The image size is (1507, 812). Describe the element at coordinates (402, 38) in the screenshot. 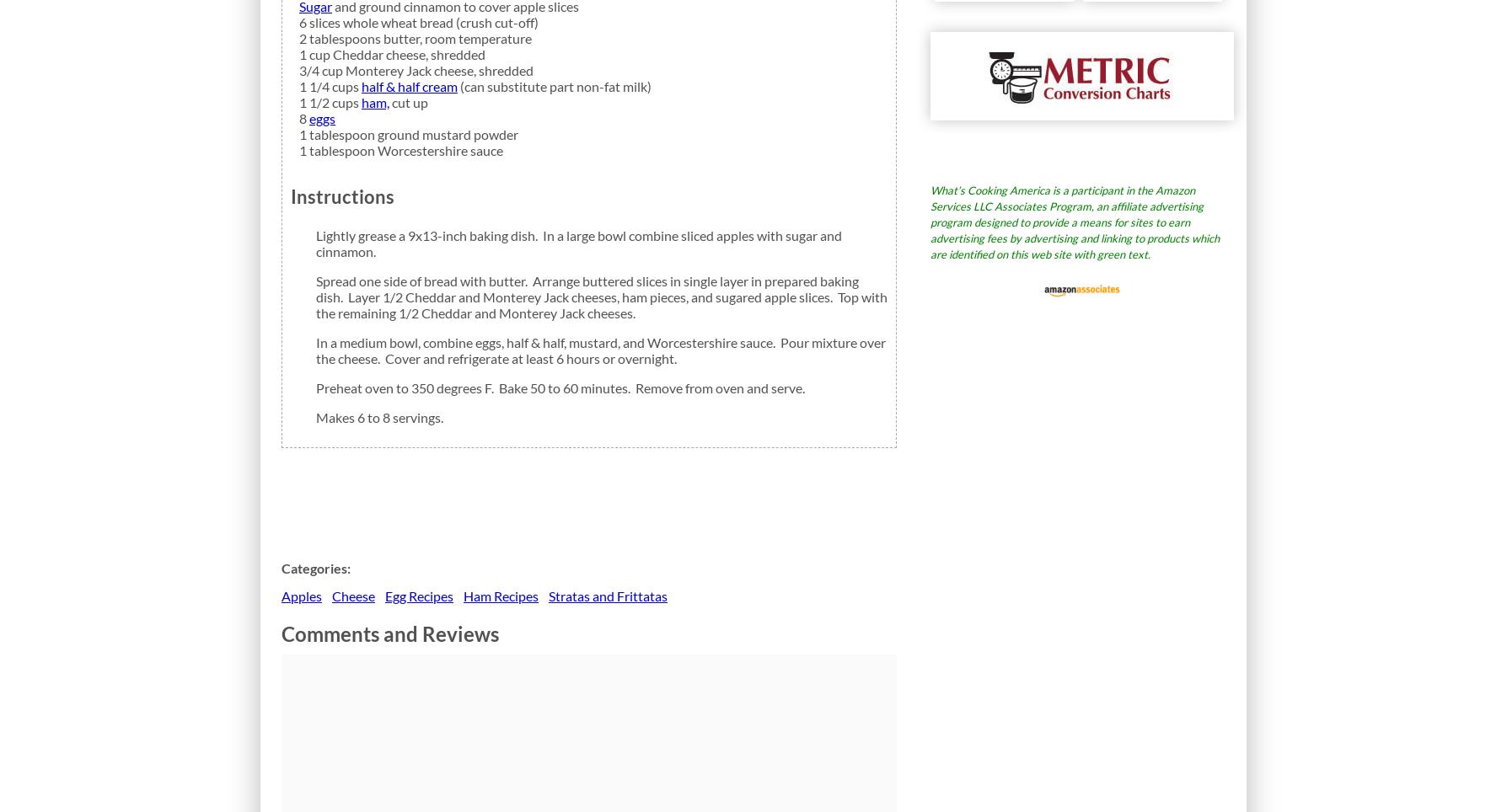

I see `'butter,'` at that location.